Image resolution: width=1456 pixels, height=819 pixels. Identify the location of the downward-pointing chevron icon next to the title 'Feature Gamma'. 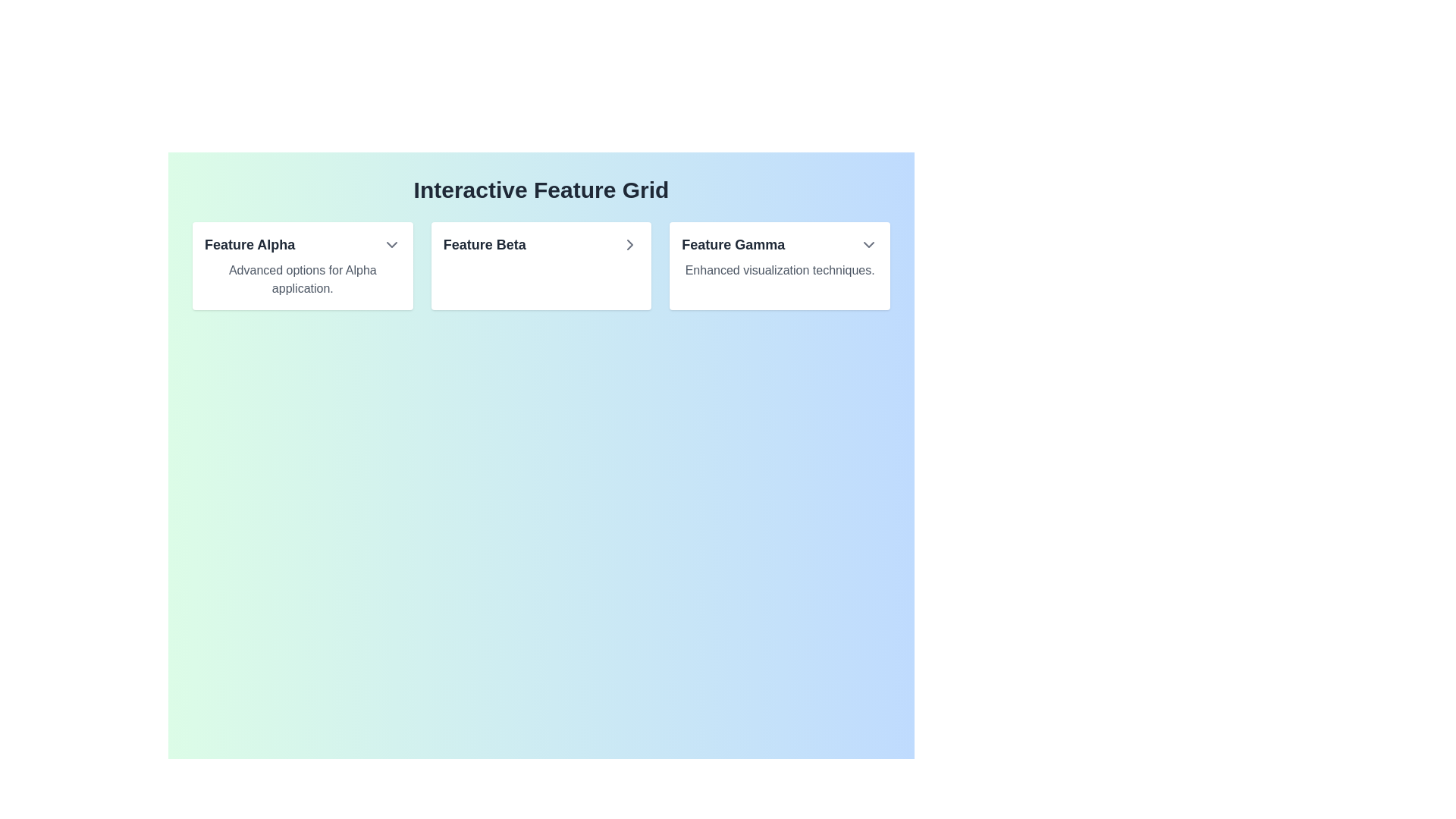
(869, 244).